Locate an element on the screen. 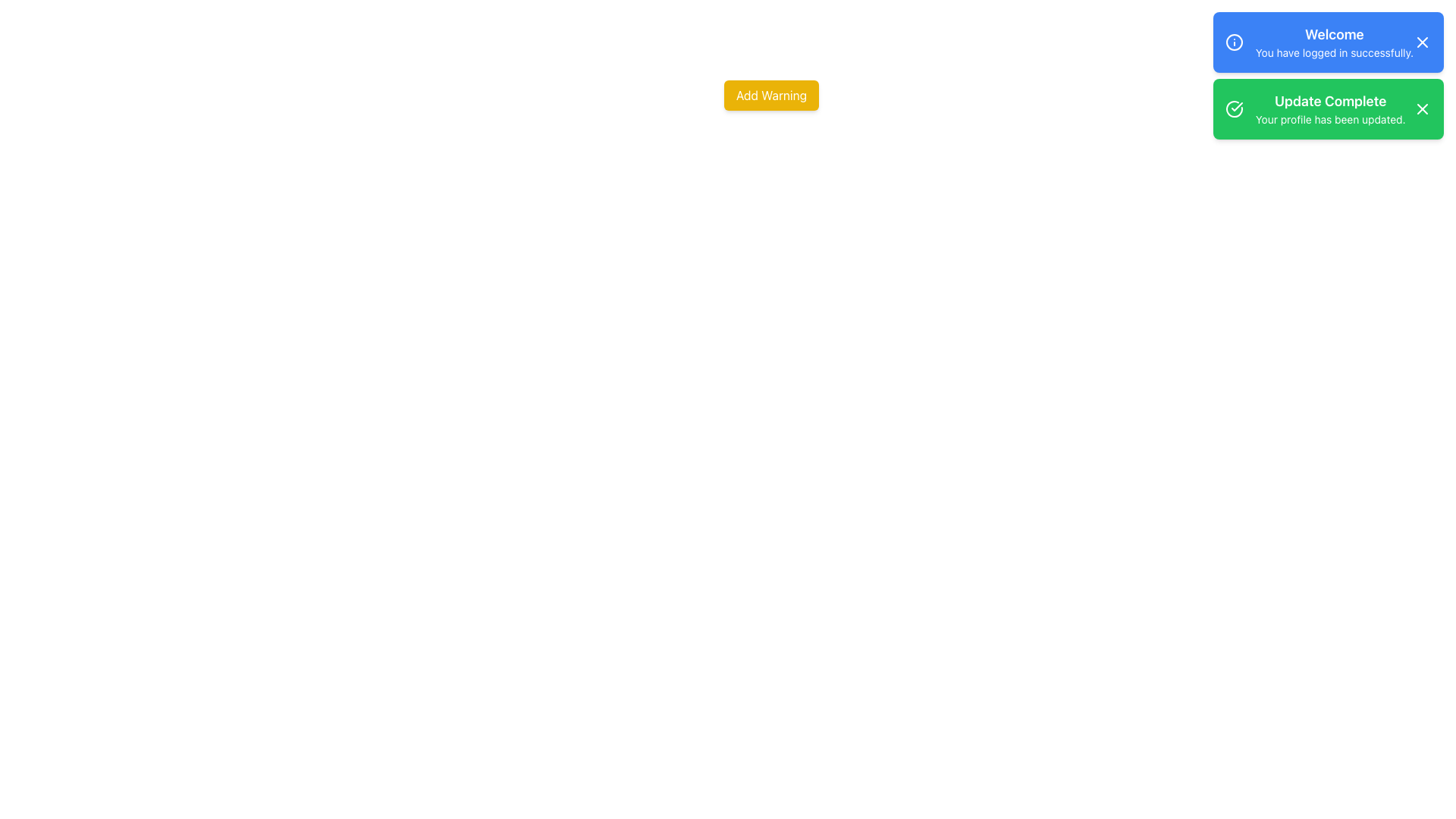  the close button (represented by an 'X') on the green notification box titled 'Update Complete' is located at coordinates (1327, 108).